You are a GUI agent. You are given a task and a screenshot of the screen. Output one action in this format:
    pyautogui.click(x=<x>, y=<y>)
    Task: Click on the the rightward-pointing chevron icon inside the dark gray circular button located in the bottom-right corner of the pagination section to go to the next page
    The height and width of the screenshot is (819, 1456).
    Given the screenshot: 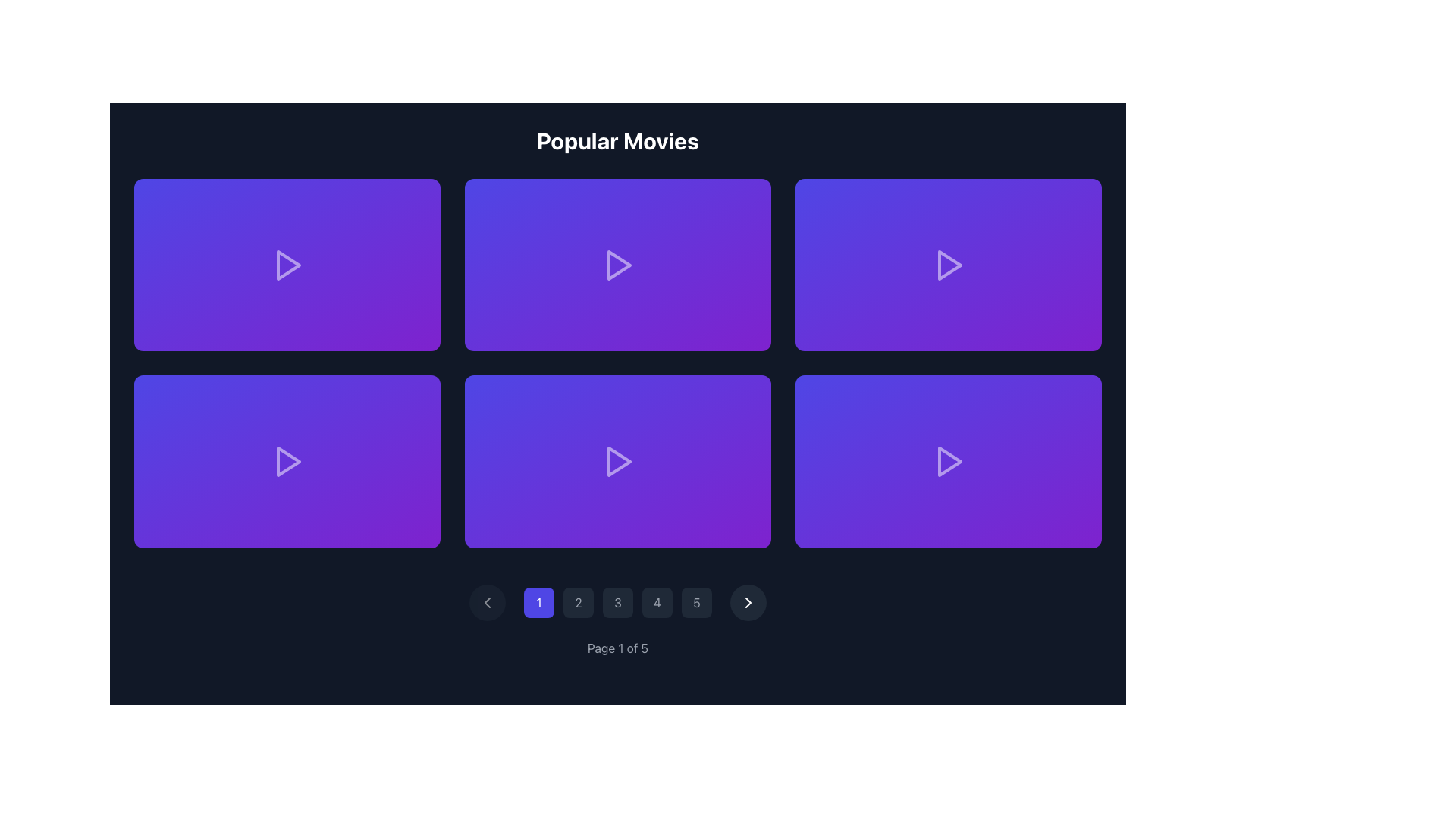 What is the action you would take?
    pyautogui.click(x=748, y=601)
    